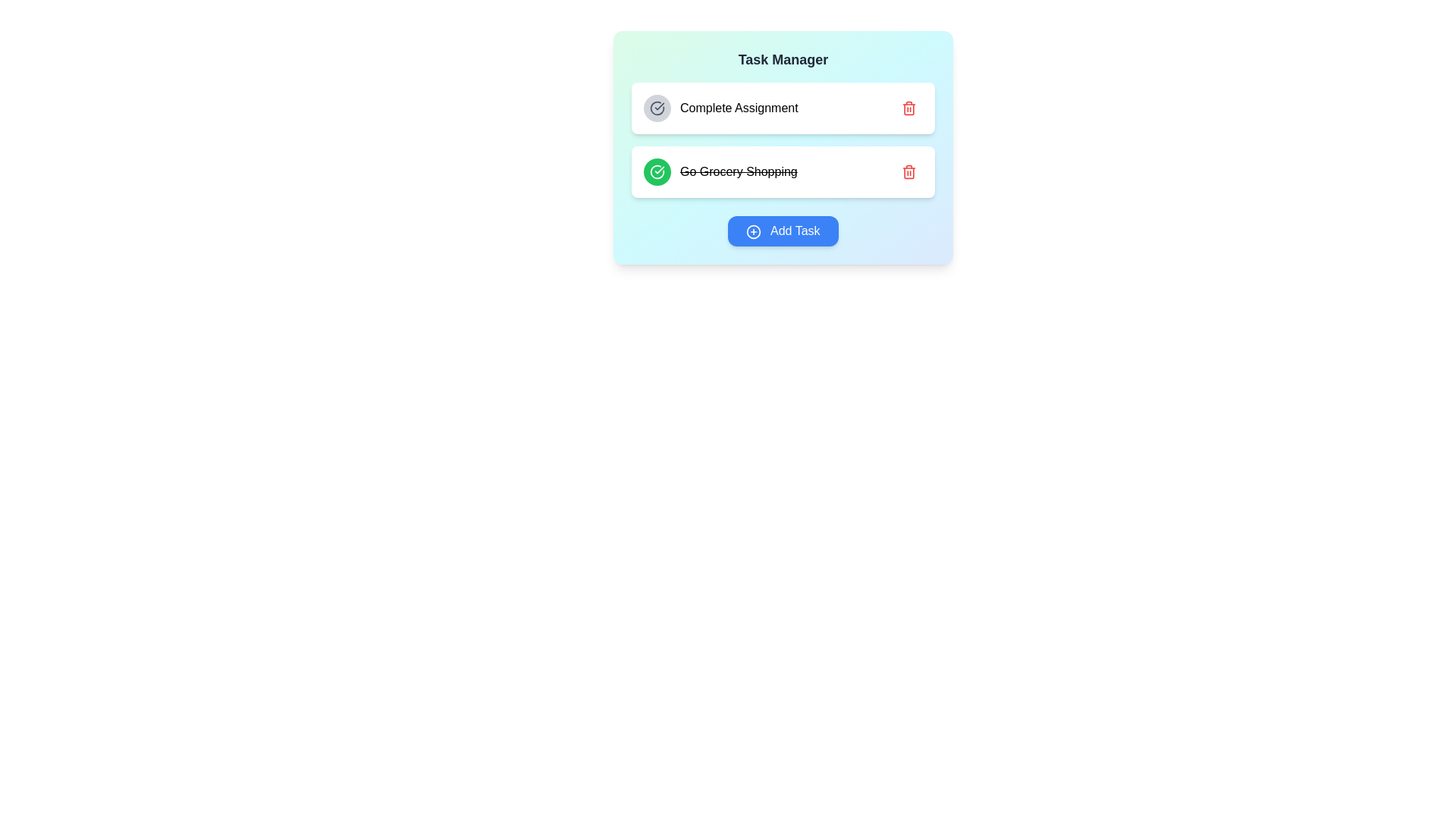 The image size is (1456, 819). Describe the element at coordinates (909, 107) in the screenshot. I see `the delete button located at the far-right side of the task item labeled 'Complete Assignment'` at that location.